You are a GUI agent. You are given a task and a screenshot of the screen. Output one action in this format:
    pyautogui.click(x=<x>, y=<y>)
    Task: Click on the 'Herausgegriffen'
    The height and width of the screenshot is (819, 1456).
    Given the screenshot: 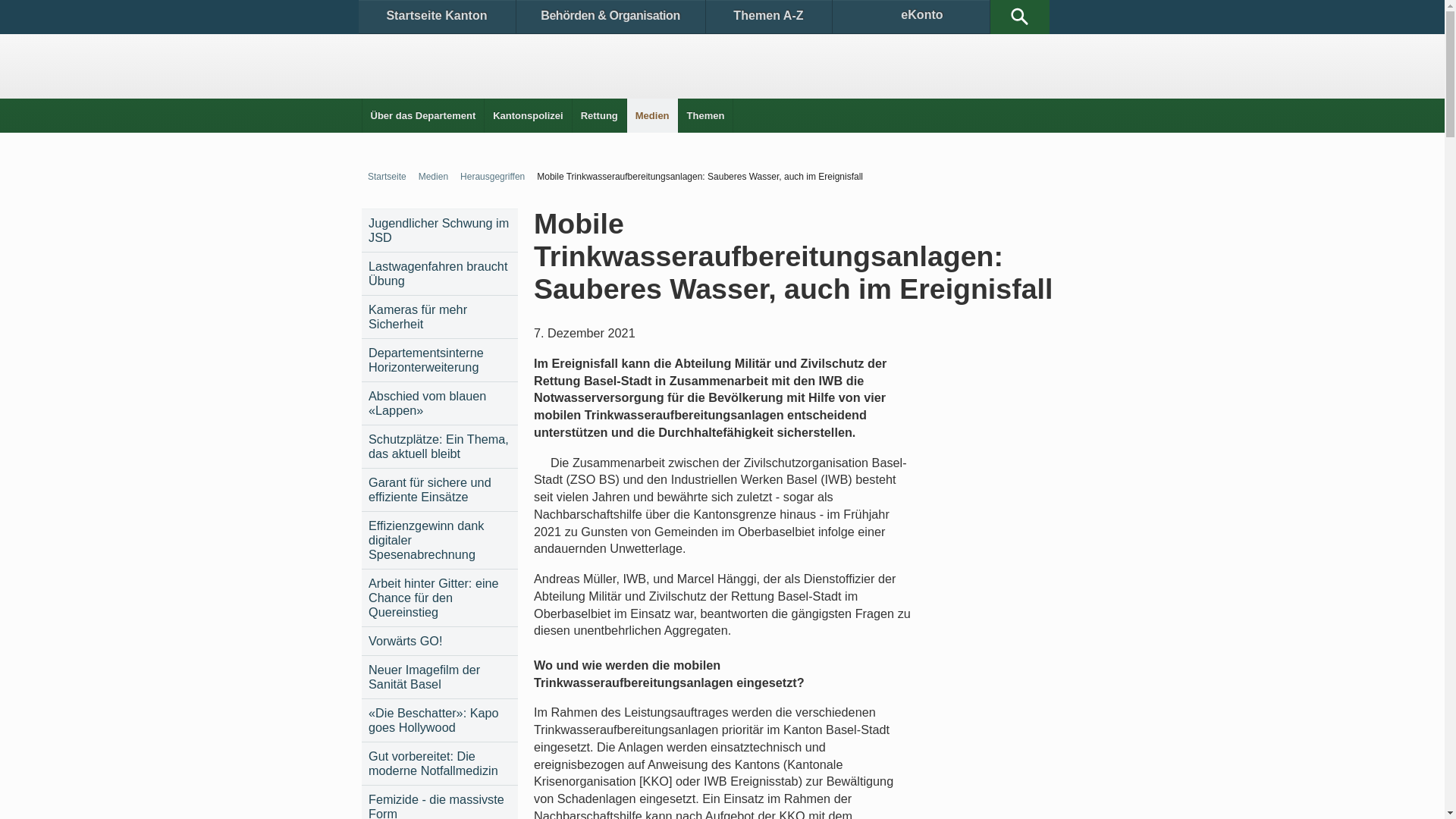 What is the action you would take?
    pyautogui.click(x=489, y=175)
    